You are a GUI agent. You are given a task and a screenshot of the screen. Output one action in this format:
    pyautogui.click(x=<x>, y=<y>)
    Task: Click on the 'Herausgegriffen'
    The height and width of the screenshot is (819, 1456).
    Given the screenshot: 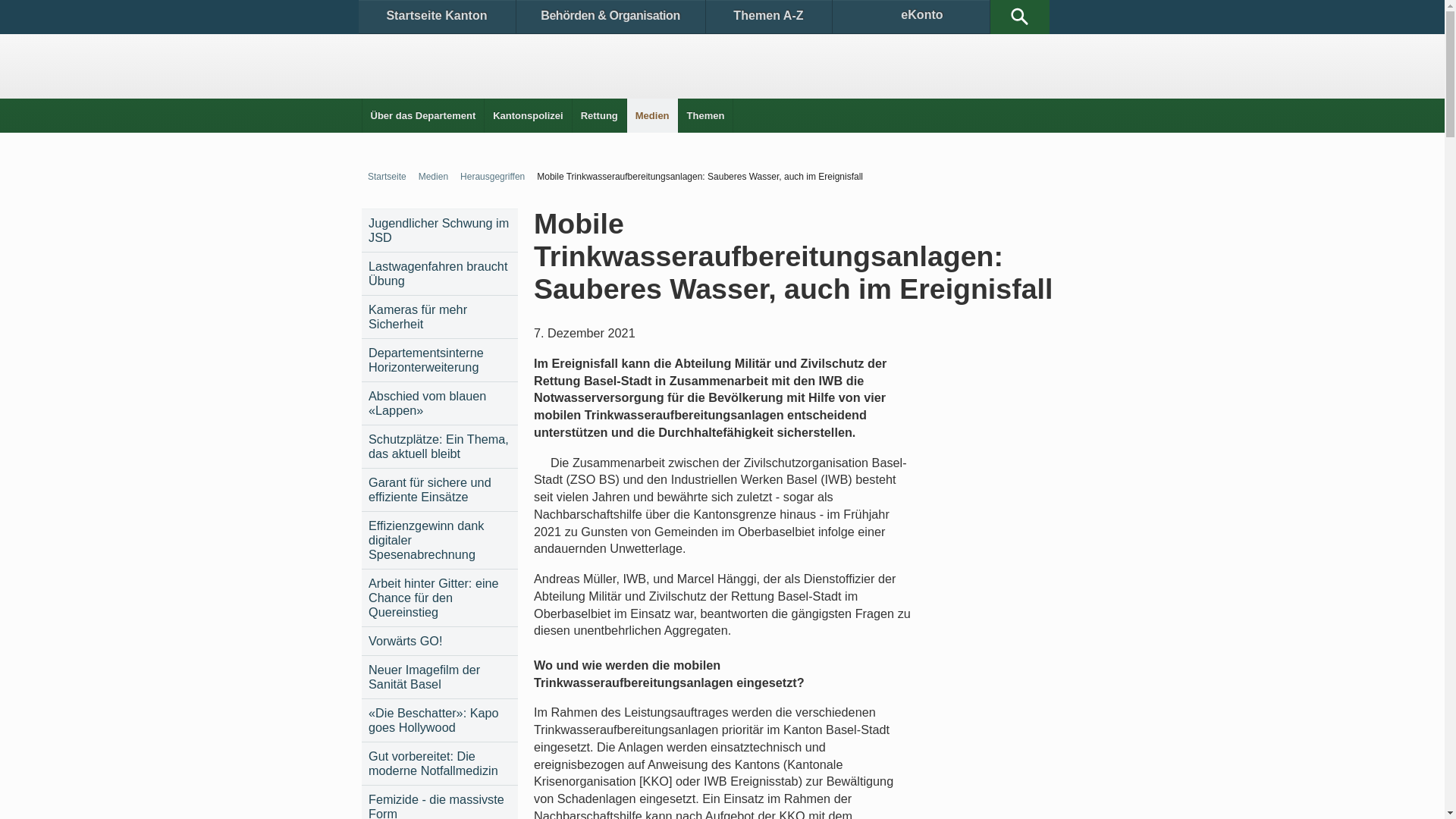 What is the action you would take?
    pyautogui.click(x=489, y=175)
    